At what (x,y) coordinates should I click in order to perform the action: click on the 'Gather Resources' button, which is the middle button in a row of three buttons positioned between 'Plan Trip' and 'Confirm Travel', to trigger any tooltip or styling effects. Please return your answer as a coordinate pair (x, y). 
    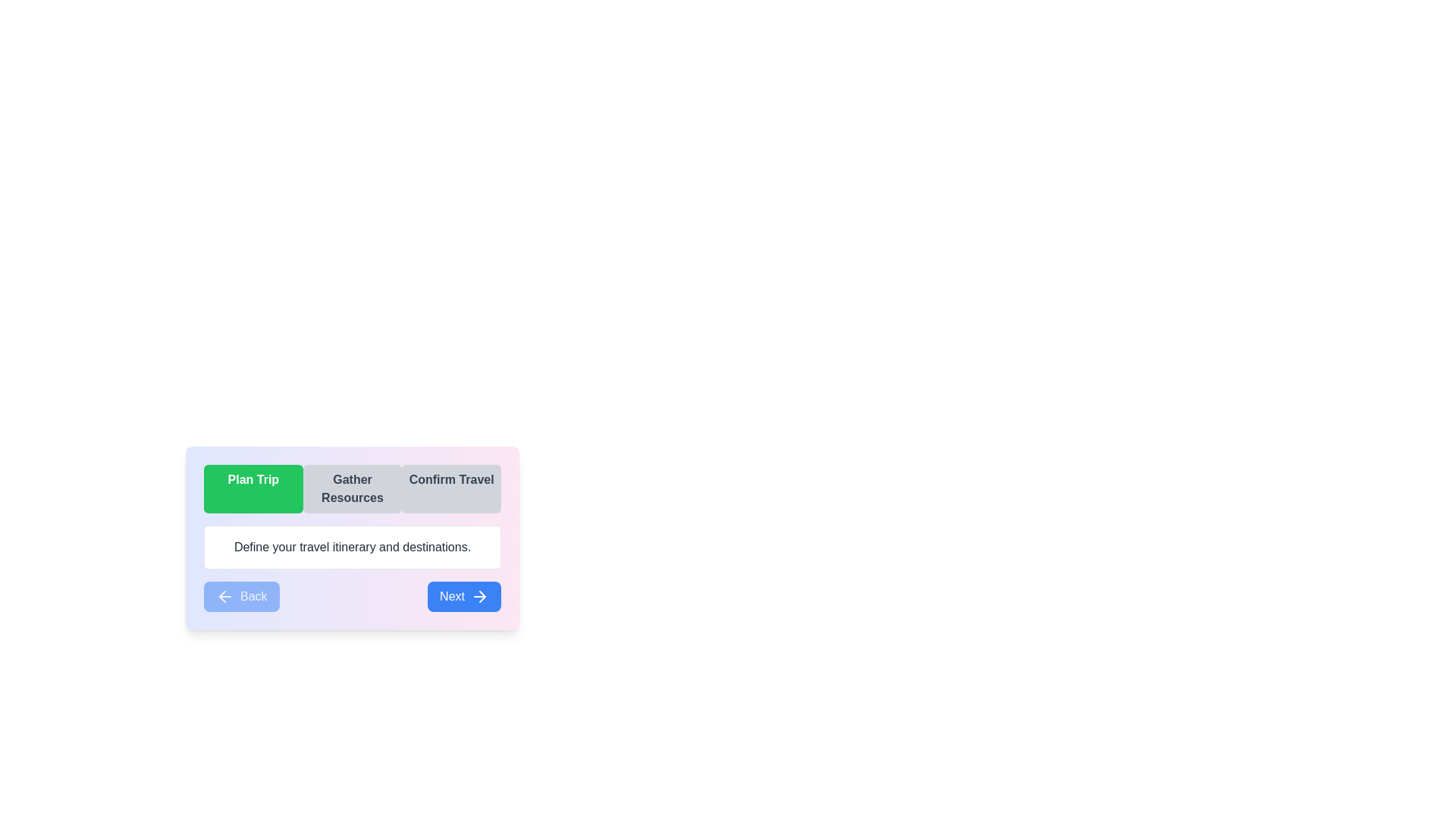
    Looking at the image, I should click on (352, 488).